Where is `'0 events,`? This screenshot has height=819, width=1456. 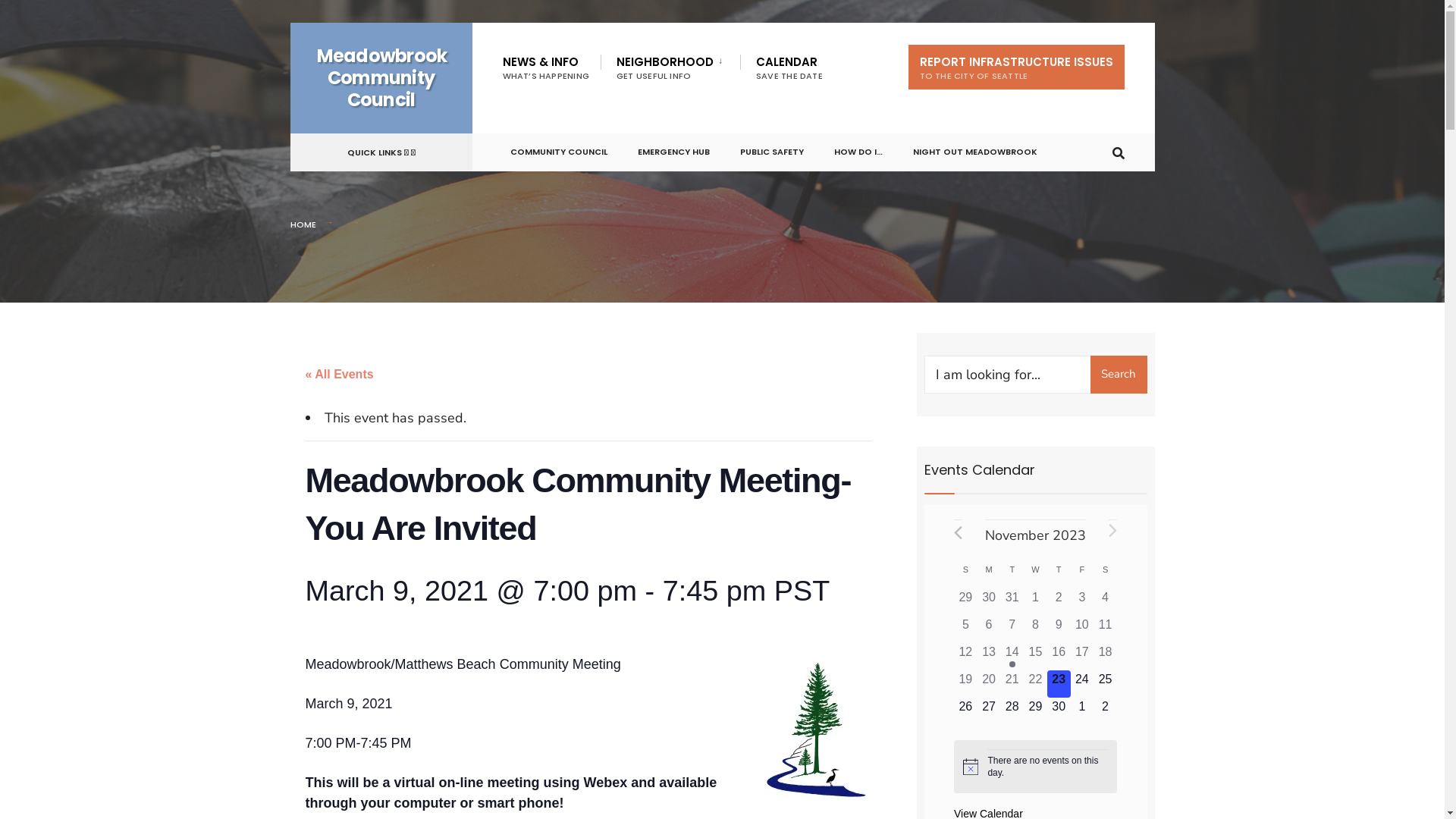 '0 events, is located at coordinates (1058, 601).